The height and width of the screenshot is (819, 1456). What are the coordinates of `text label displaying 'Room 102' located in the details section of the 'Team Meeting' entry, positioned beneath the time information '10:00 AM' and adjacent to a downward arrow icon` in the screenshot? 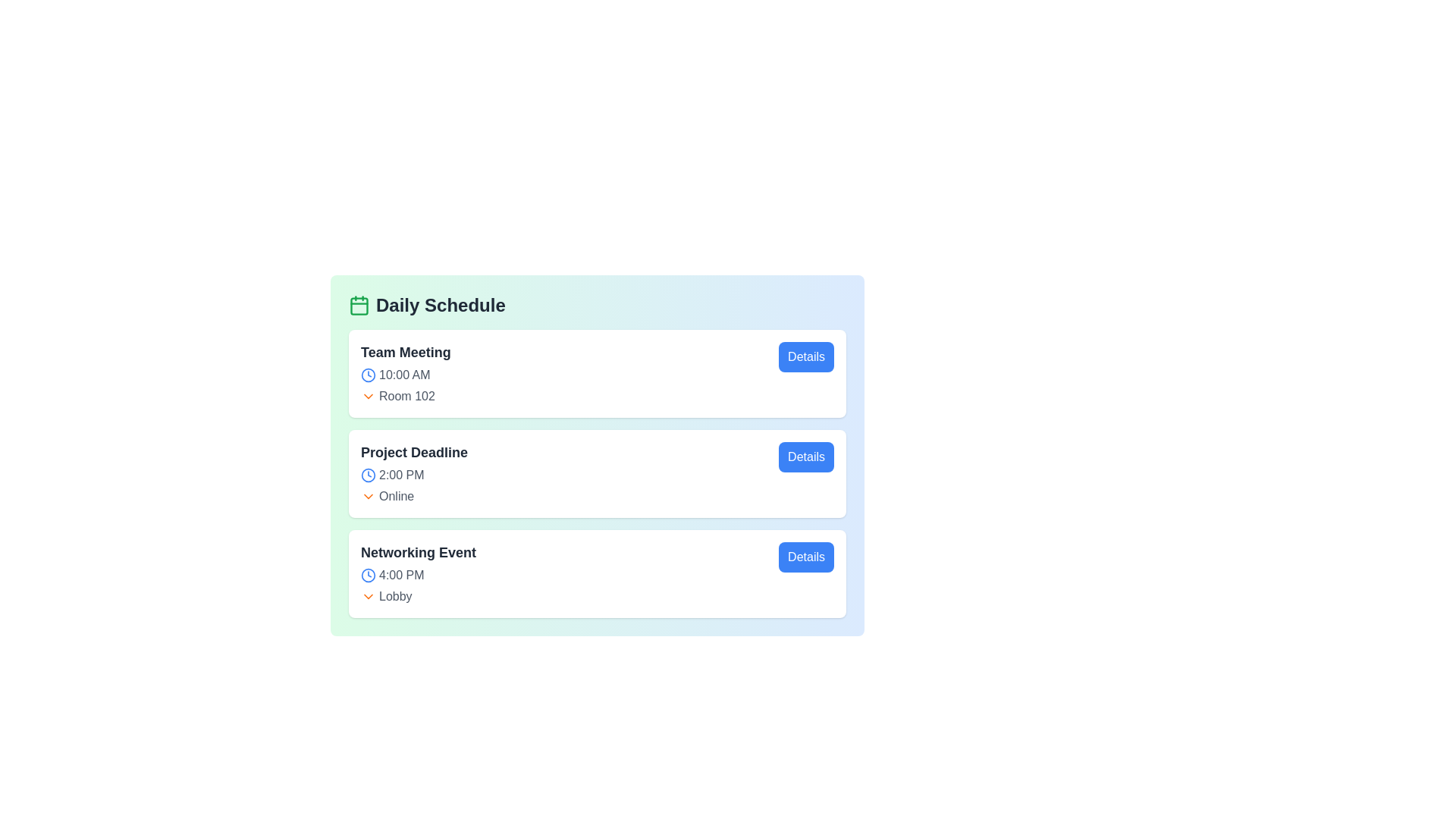 It's located at (406, 396).